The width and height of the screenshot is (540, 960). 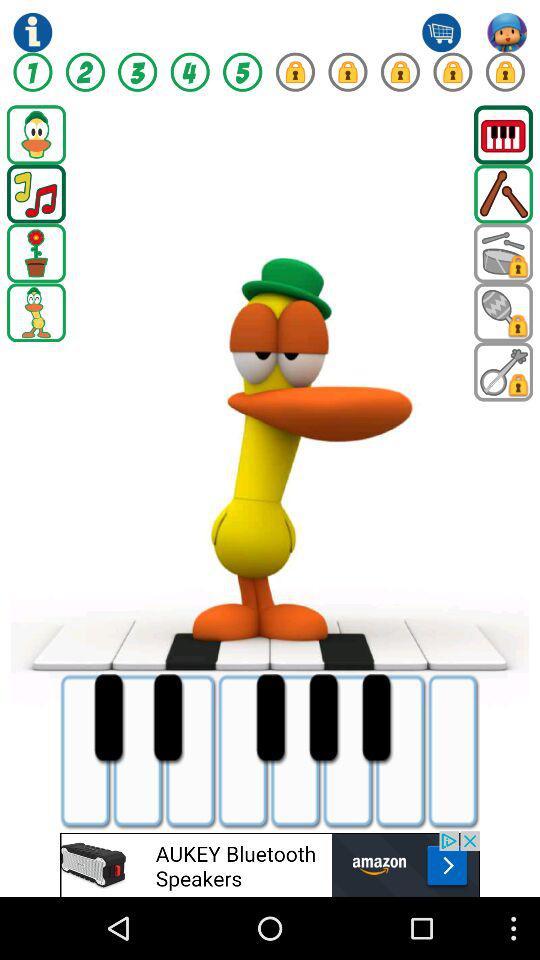 What do you see at coordinates (502, 194) in the screenshot?
I see `drum sticks` at bounding box center [502, 194].